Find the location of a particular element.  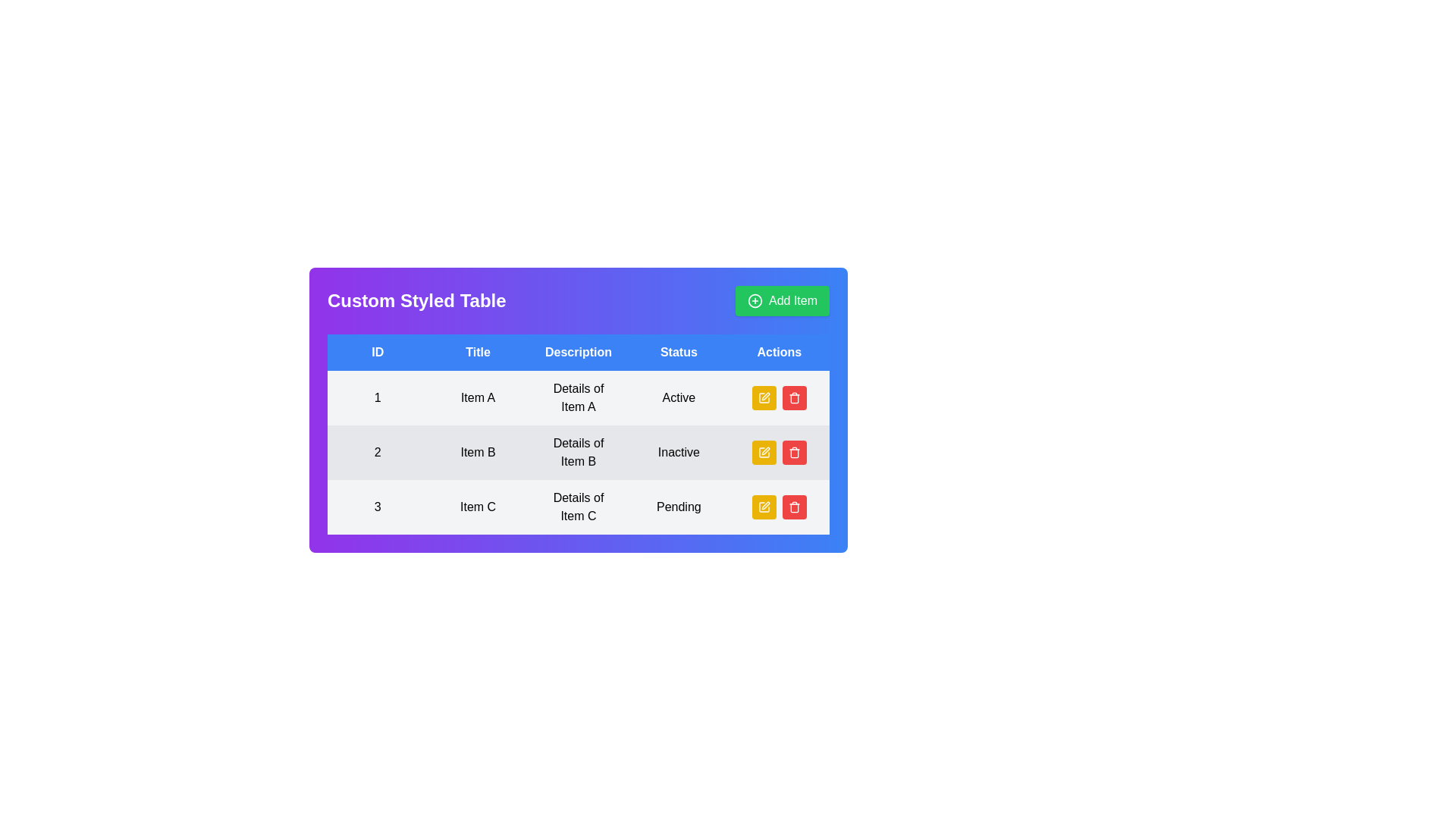

the edit button with a yellow background and white pen icon located in the second row of the 'Actions' column in the table is located at coordinates (764, 452).